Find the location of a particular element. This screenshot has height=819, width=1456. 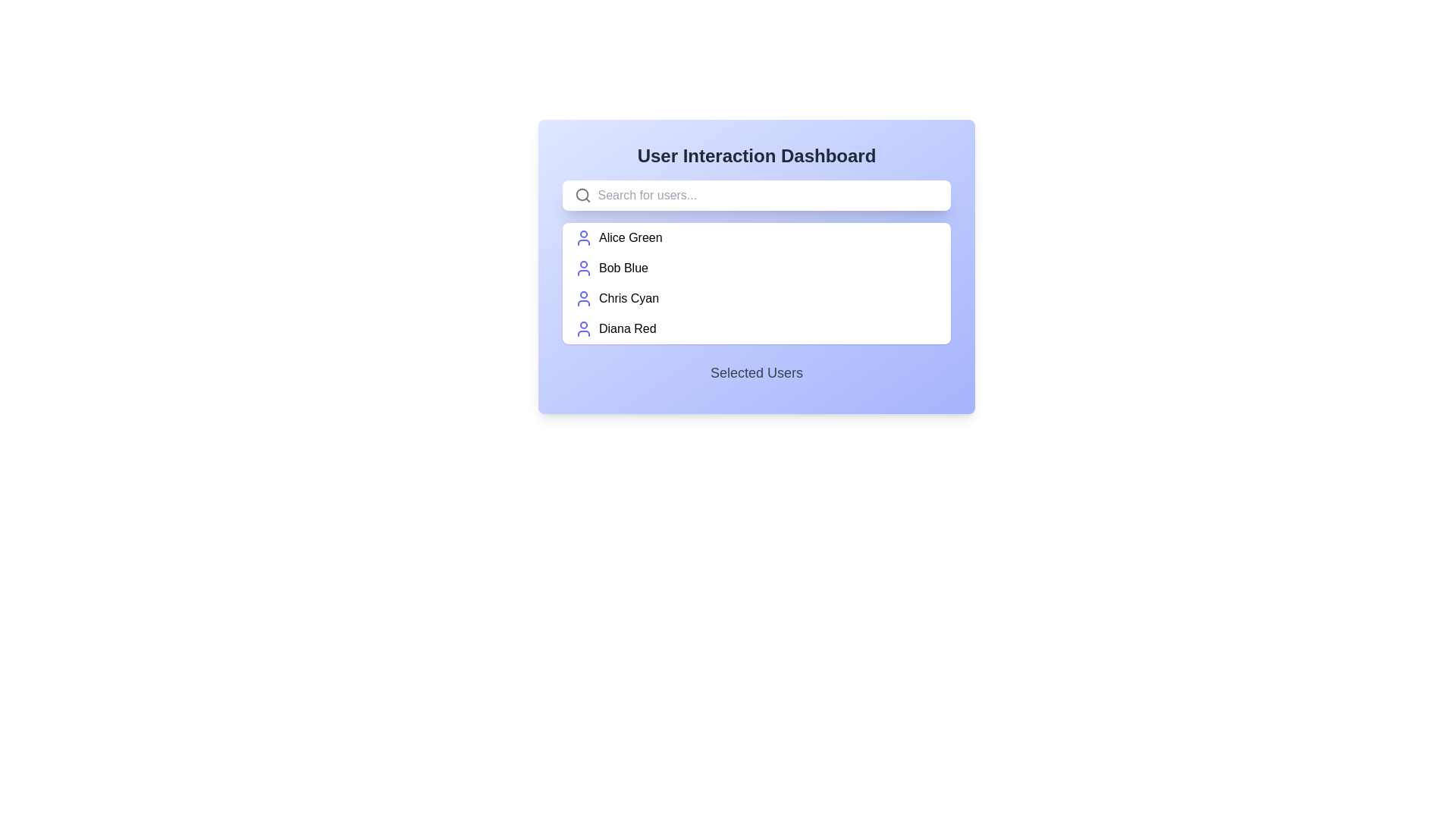

the User Icon representing 'Alice Green', which is a modern, blue-colored icon with a circular head and rounded rectangular body, located to the left of the text label is located at coordinates (582, 237).